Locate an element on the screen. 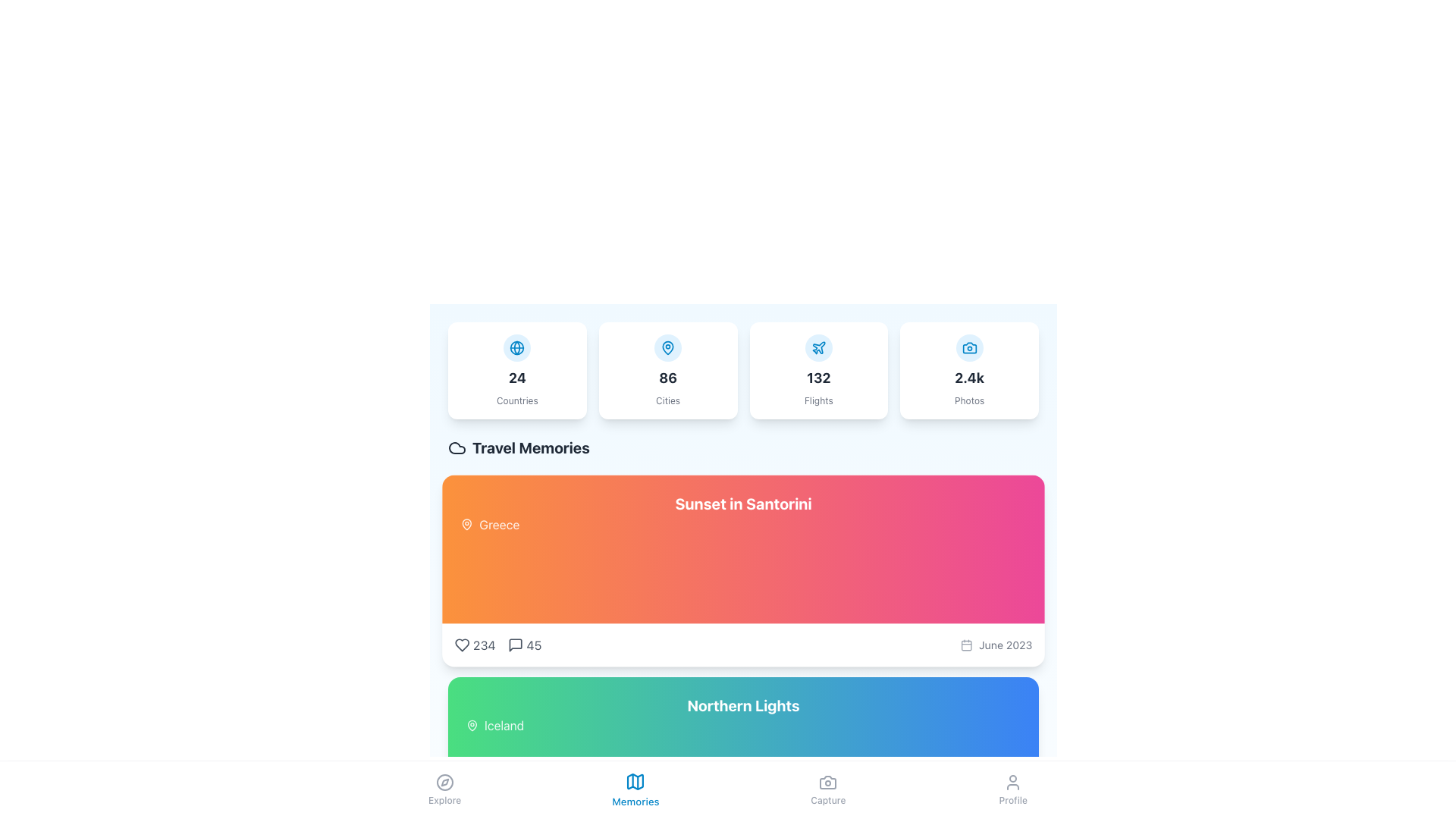 This screenshot has width=1456, height=819. the map icon button in the 'Memories' section of the navigation bar is located at coordinates (635, 781).